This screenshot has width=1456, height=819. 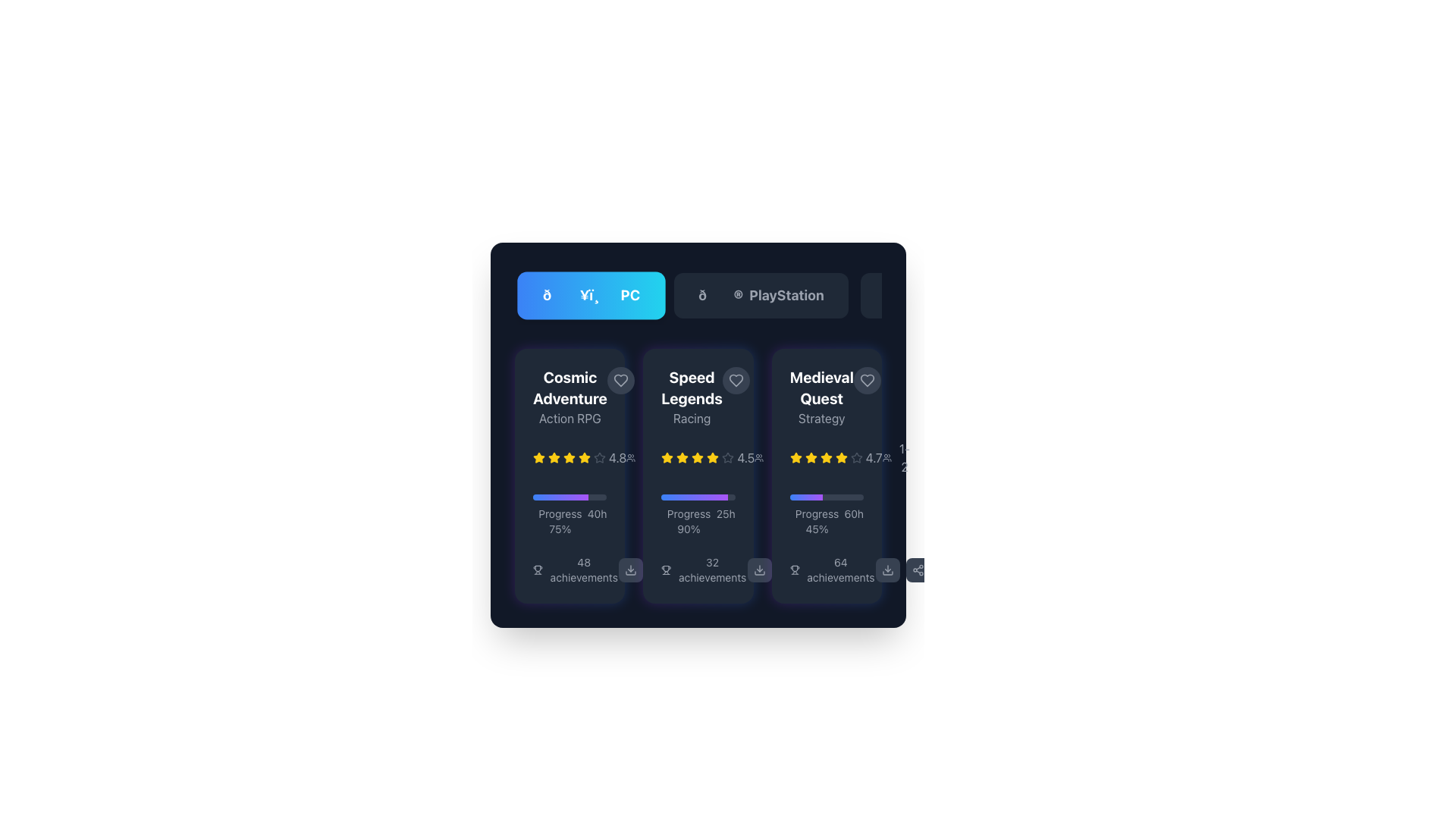 I want to click on the fifth star icon in the rating system for the 'Speed Legends' game, located inside the second card of the game list, so click(x=712, y=457).